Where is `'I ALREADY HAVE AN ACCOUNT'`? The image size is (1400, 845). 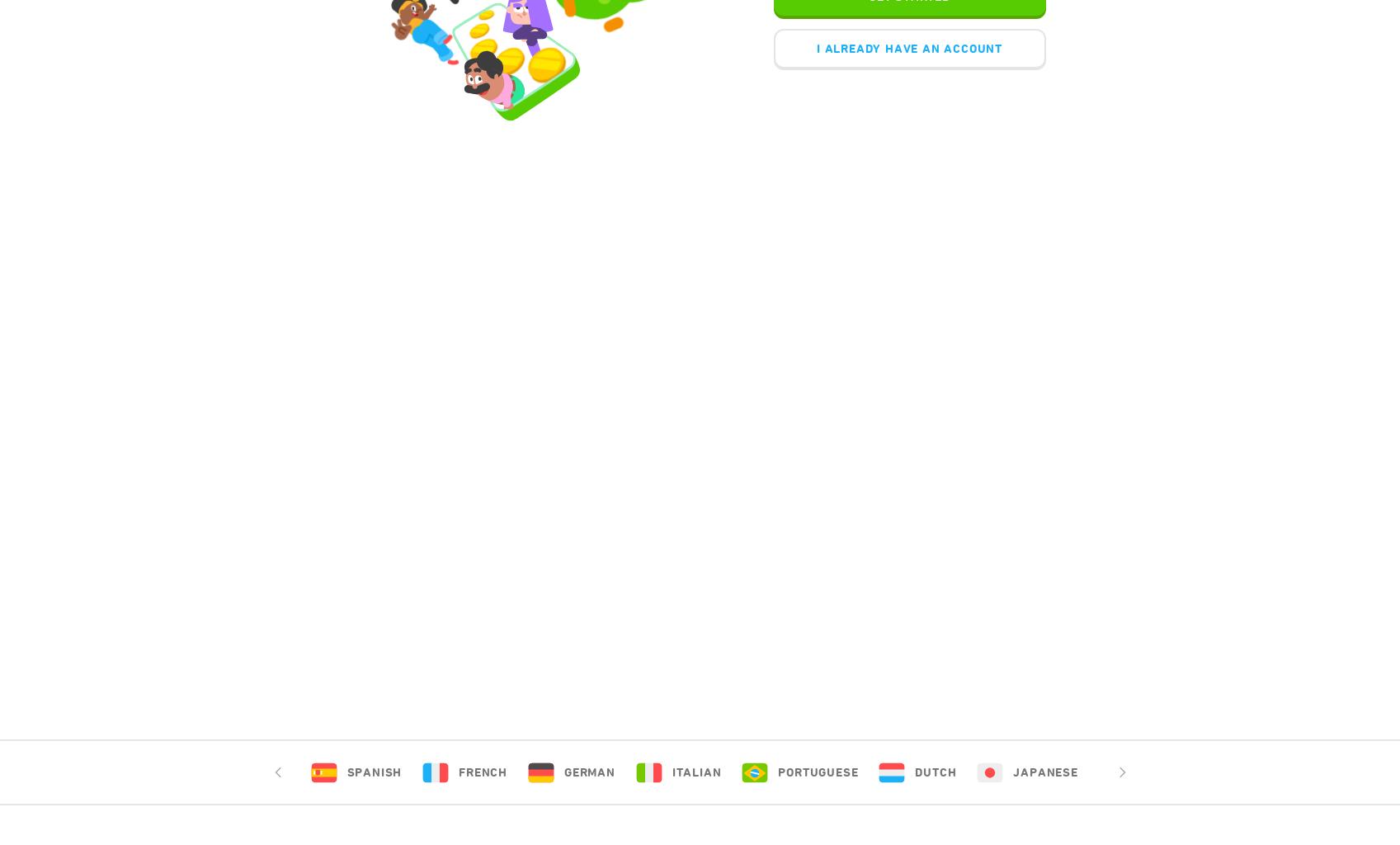 'I ALREADY HAVE AN ACCOUNT' is located at coordinates (909, 47).